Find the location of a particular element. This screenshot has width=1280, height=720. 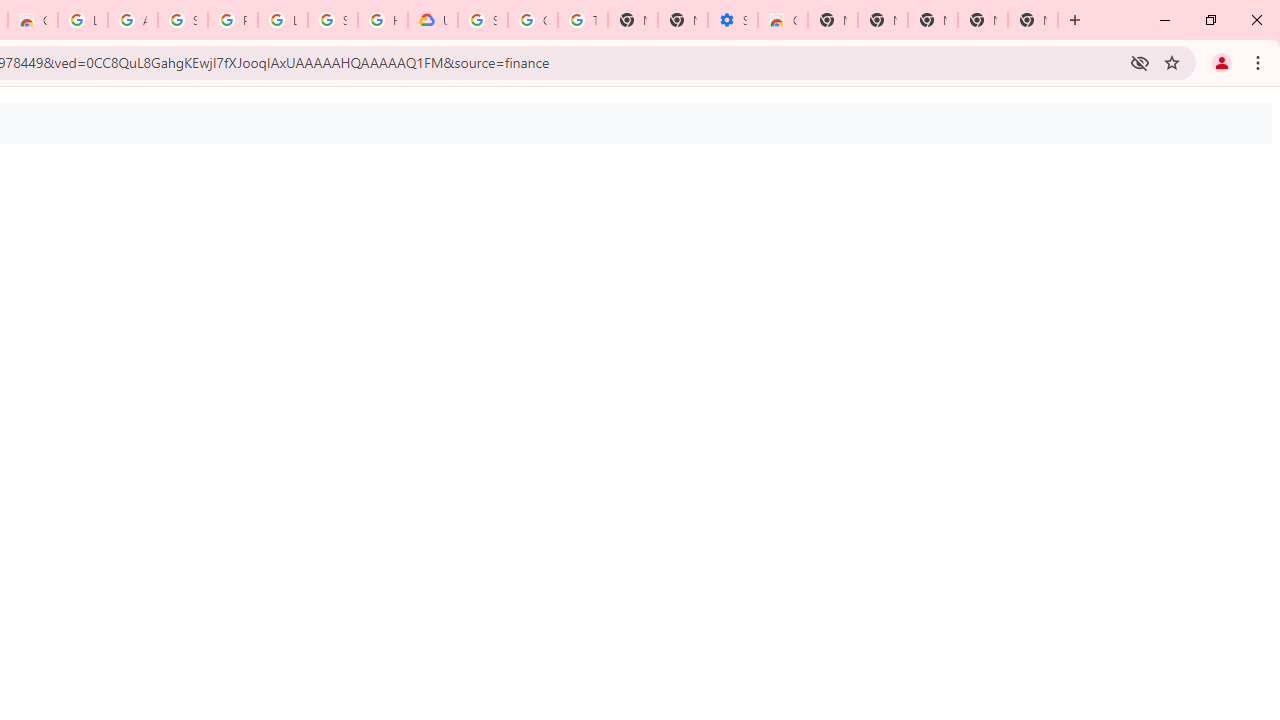

'Sign in - Google Accounts' is located at coordinates (333, 20).